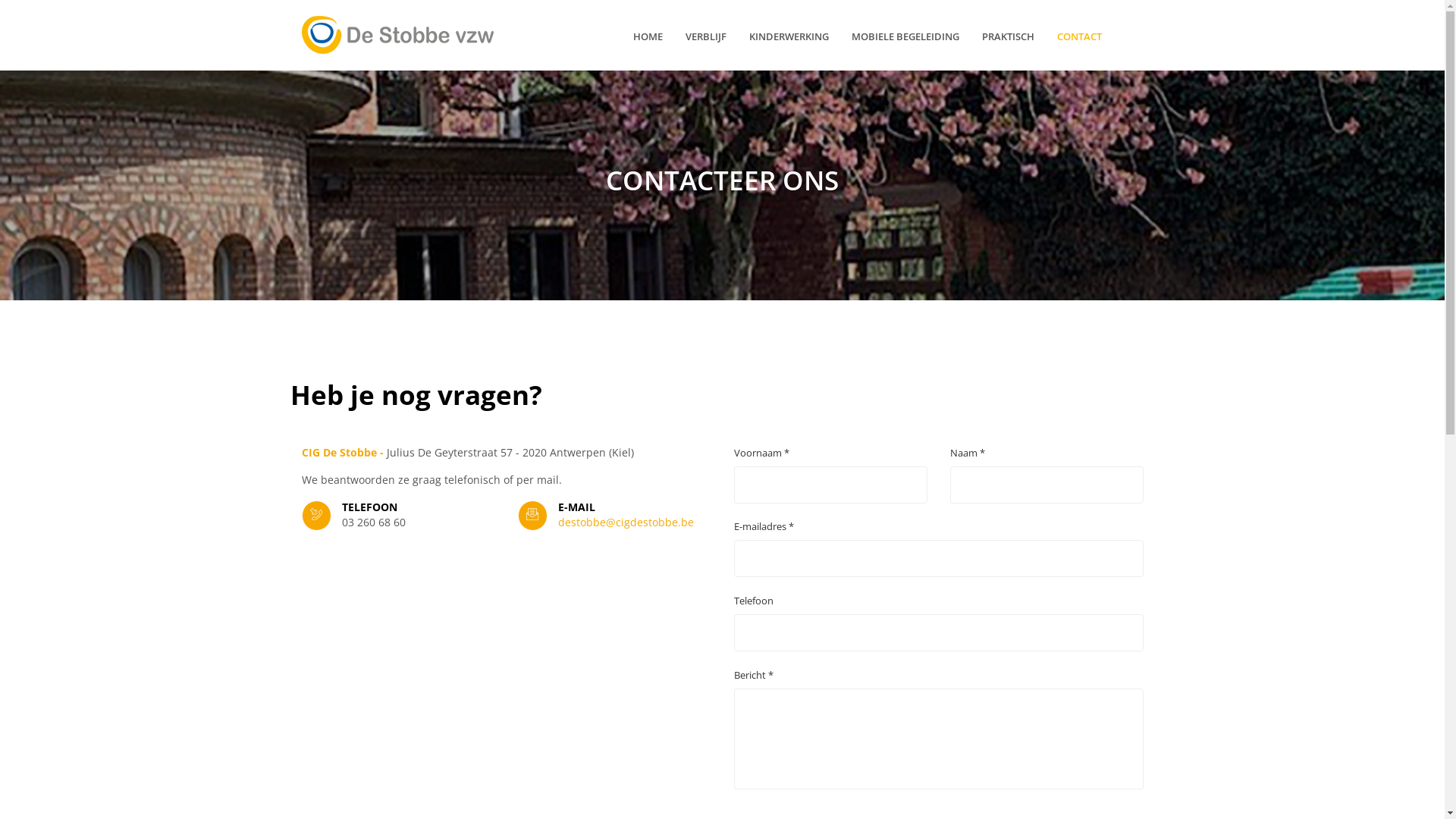 The image size is (1456, 819). I want to click on 'destobbe@cigdestobbe.be', so click(557, 521).